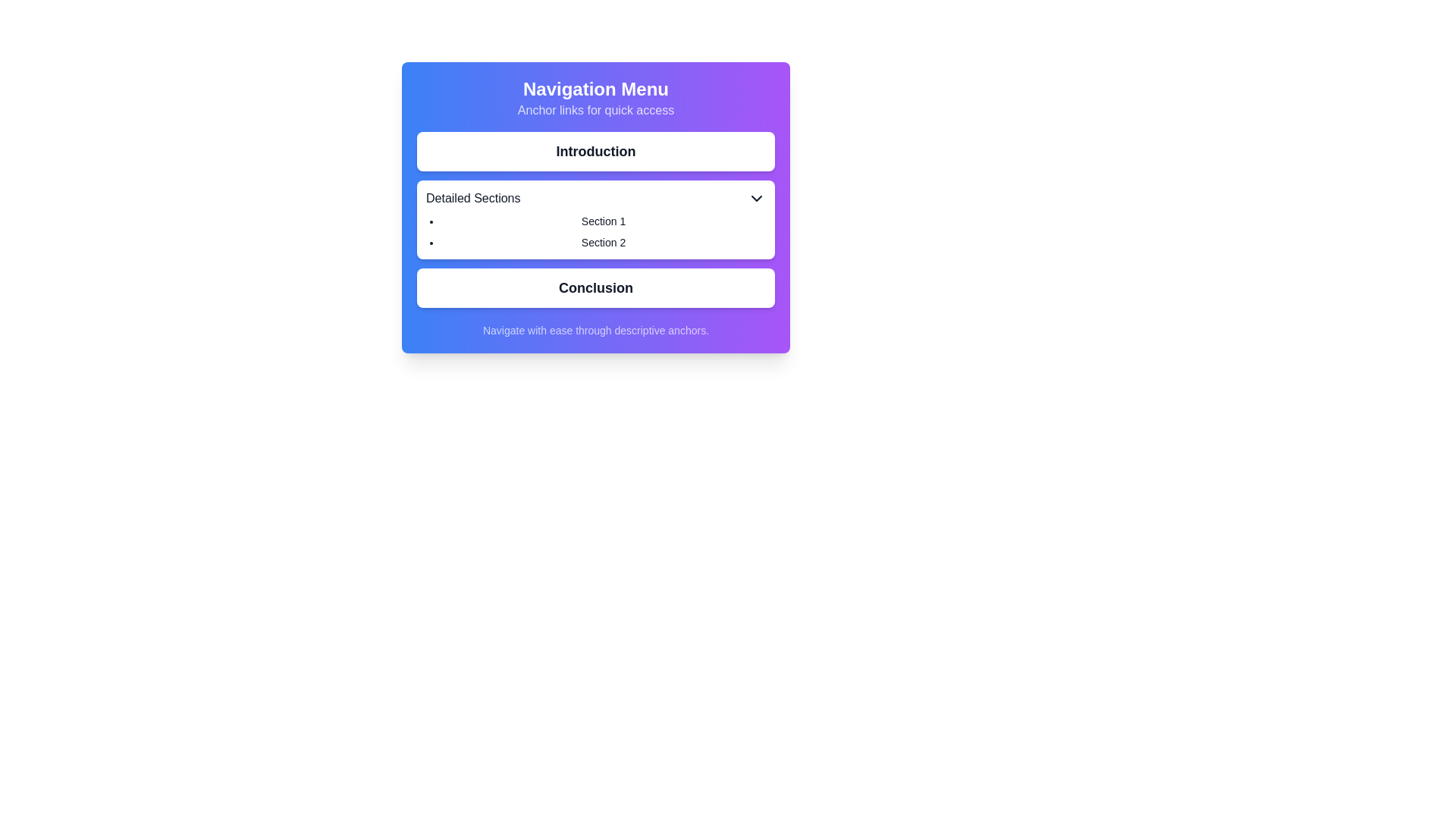  What do you see at coordinates (603, 242) in the screenshot?
I see `the hyperlink labeled 'Section 2' in the 'Detailed Sections' group to observe the underline effect` at bounding box center [603, 242].